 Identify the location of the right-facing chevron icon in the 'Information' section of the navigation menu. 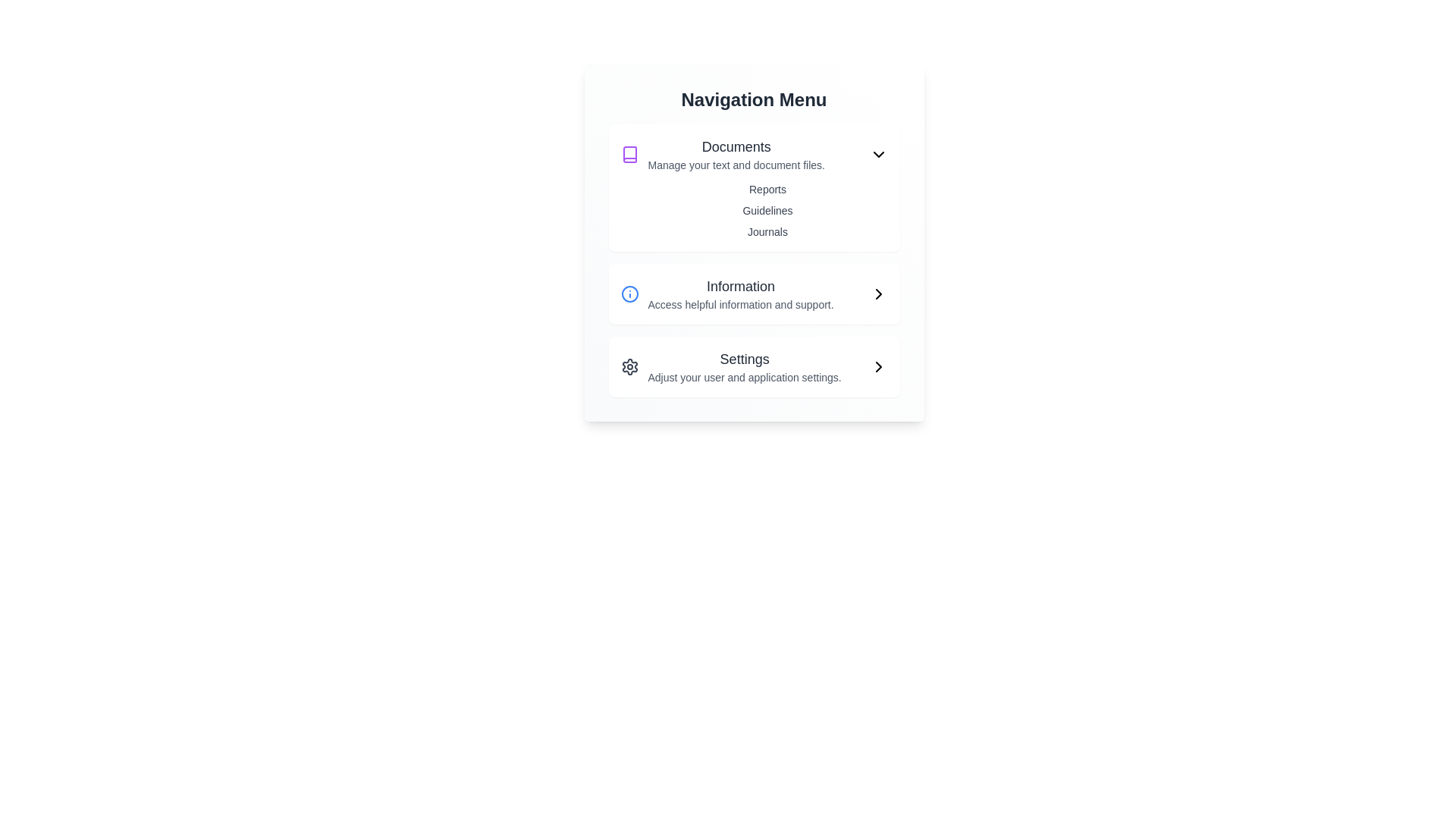
(878, 294).